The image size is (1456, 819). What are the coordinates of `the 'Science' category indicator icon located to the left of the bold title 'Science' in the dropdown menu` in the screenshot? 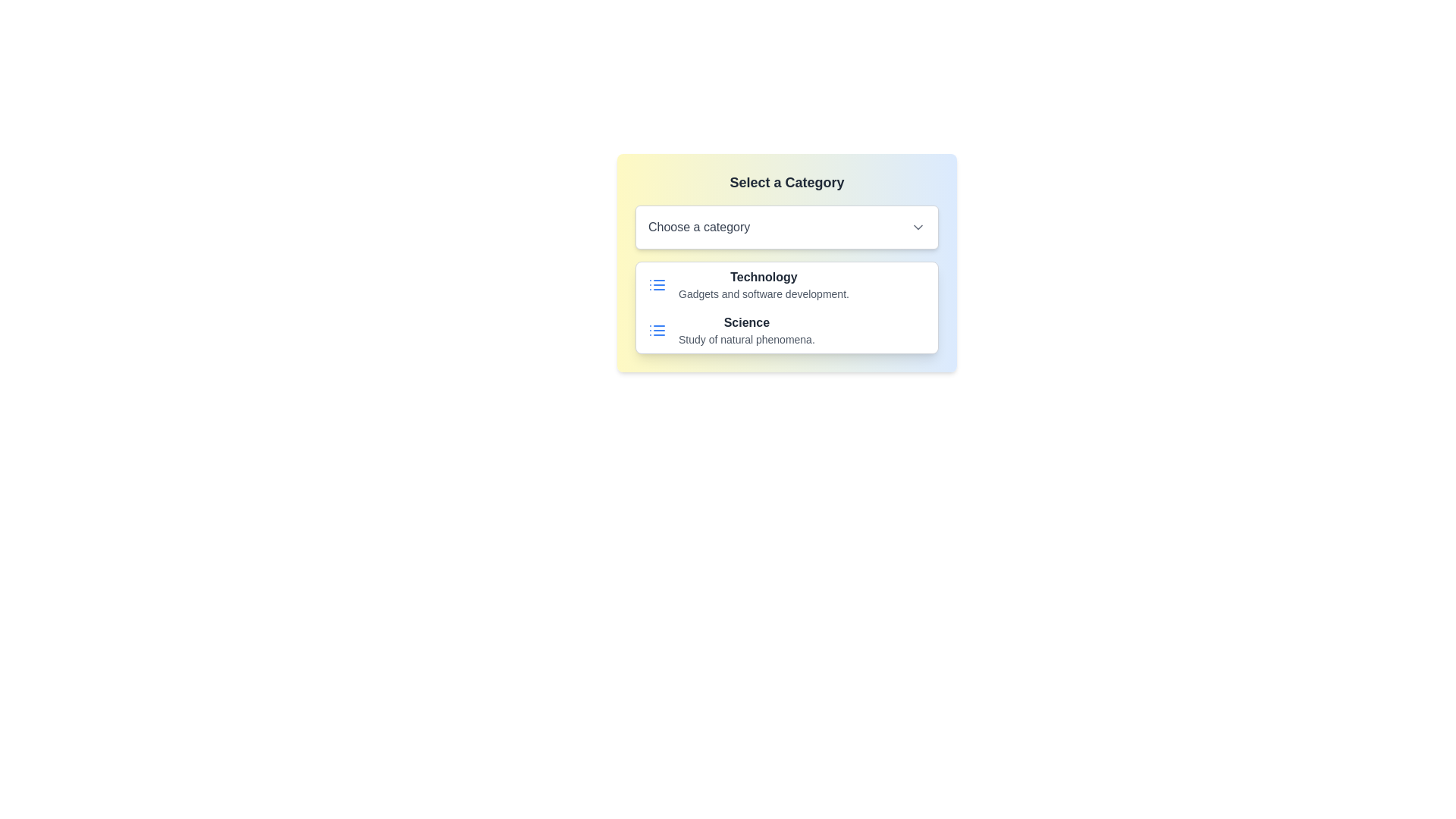 It's located at (657, 329).